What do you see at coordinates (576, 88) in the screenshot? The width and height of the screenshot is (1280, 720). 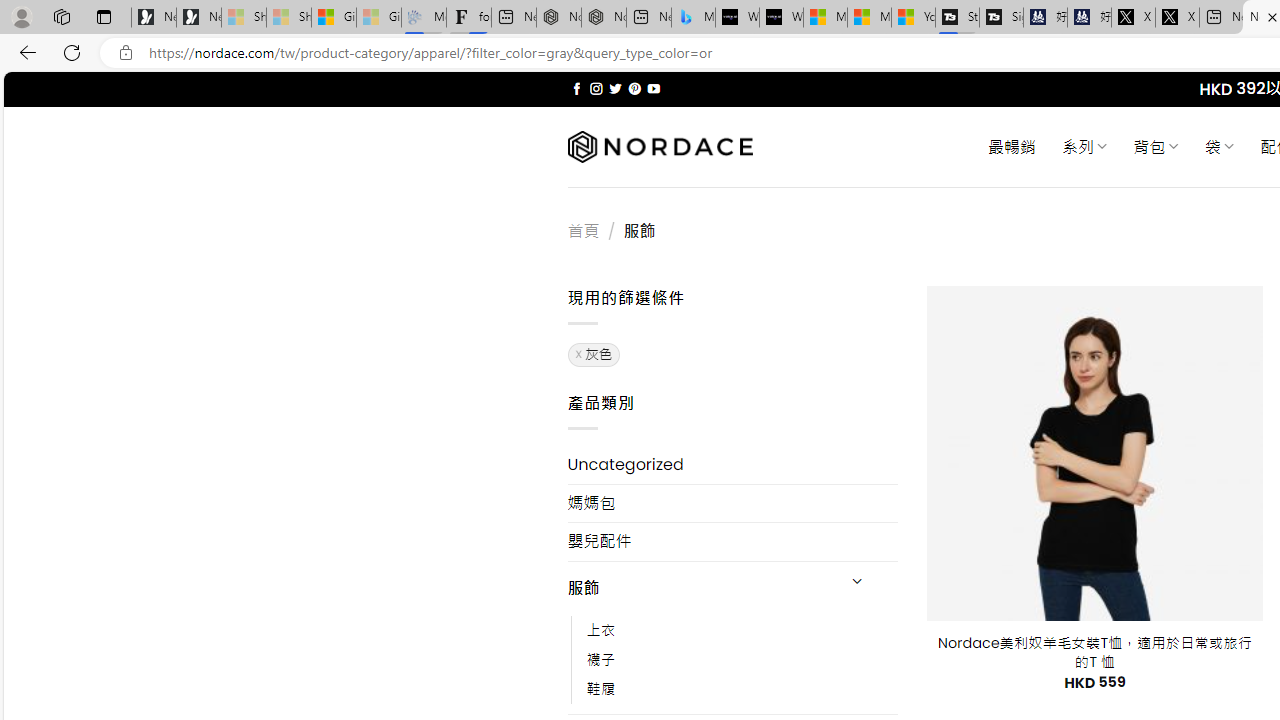 I see `'Follow on Facebook'` at bounding box center [576, 88].